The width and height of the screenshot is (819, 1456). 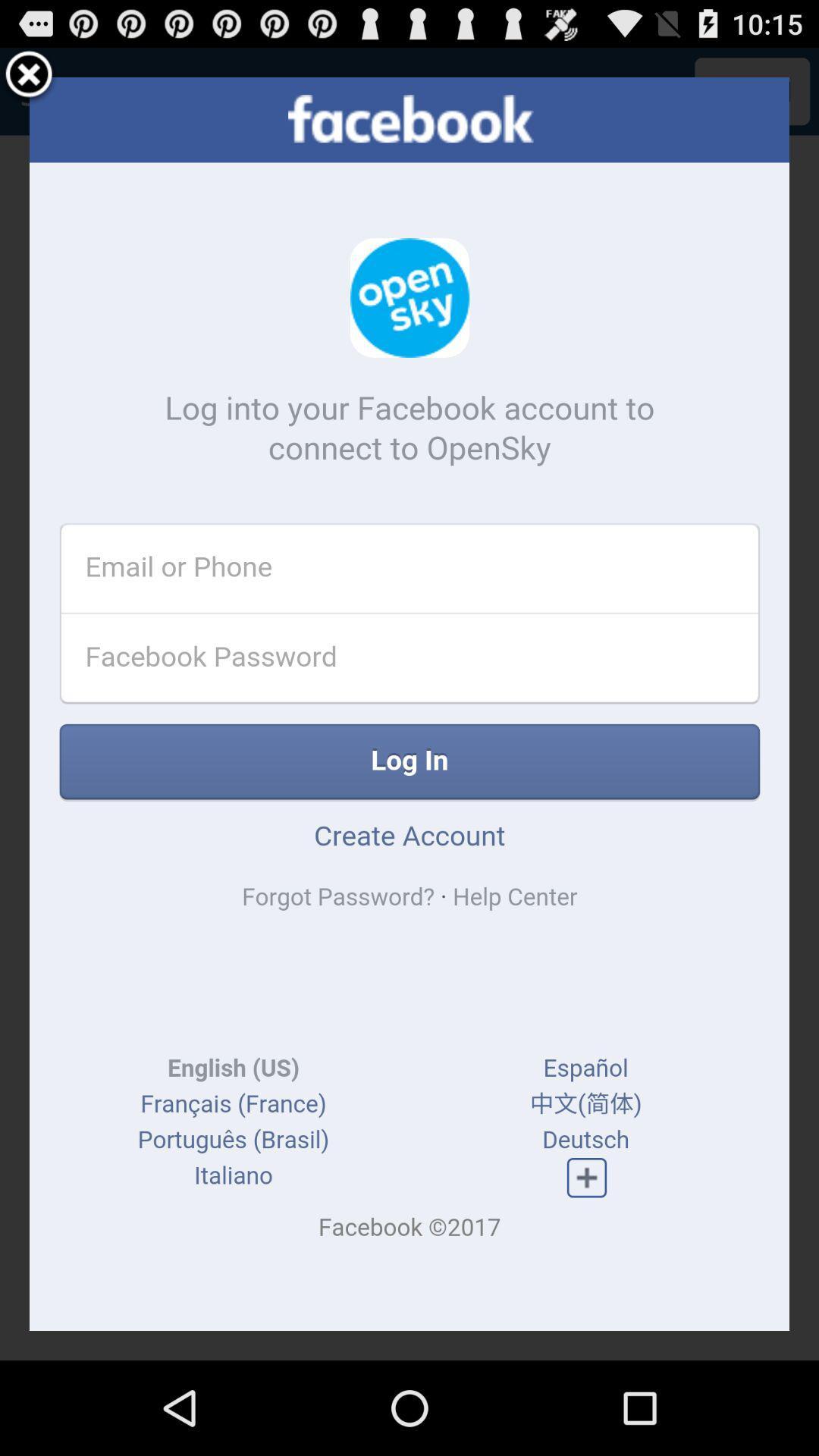 I want to click on the close icon, so click(x=29, y=81).